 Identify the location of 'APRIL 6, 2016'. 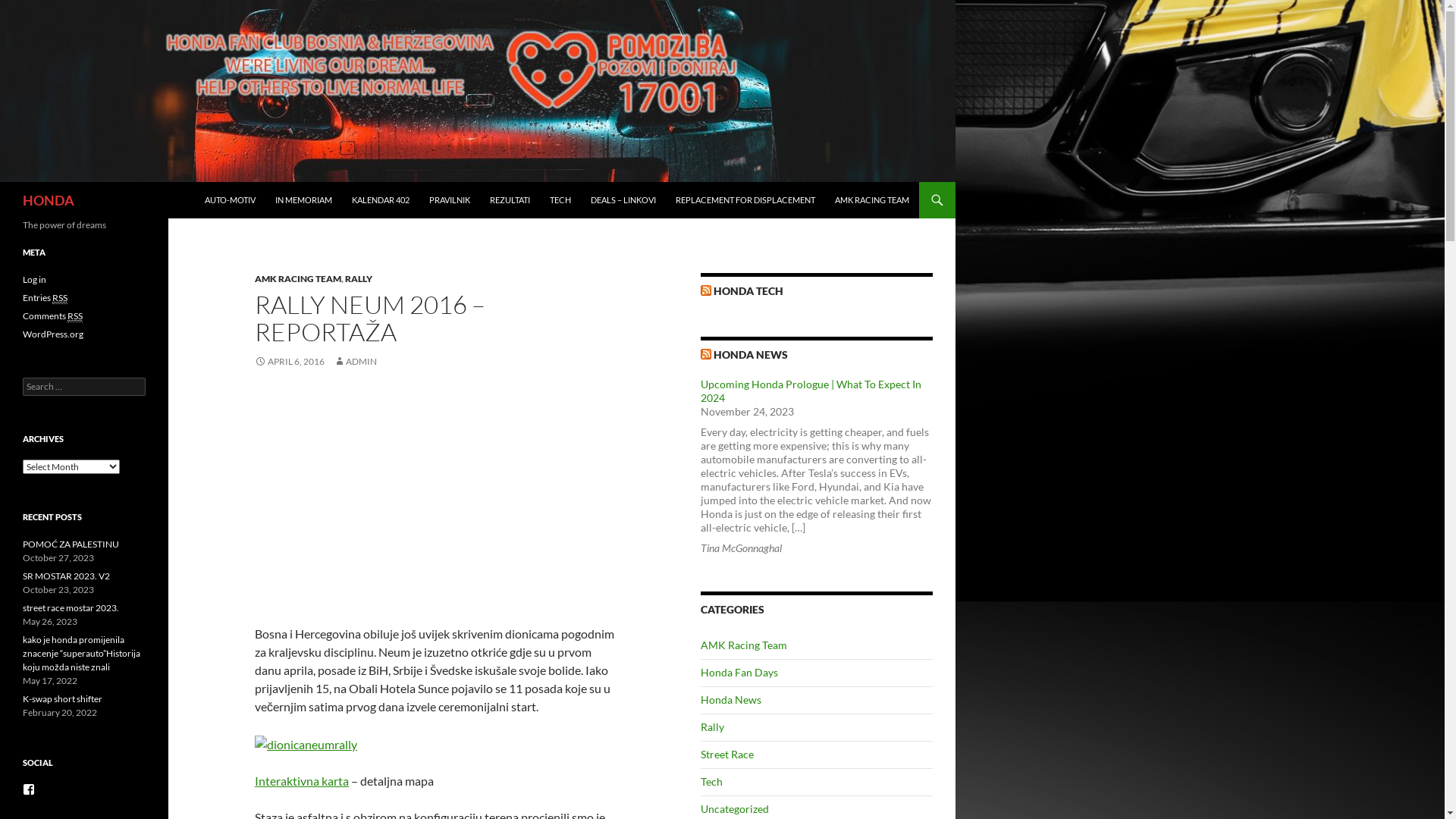
(290, 361).